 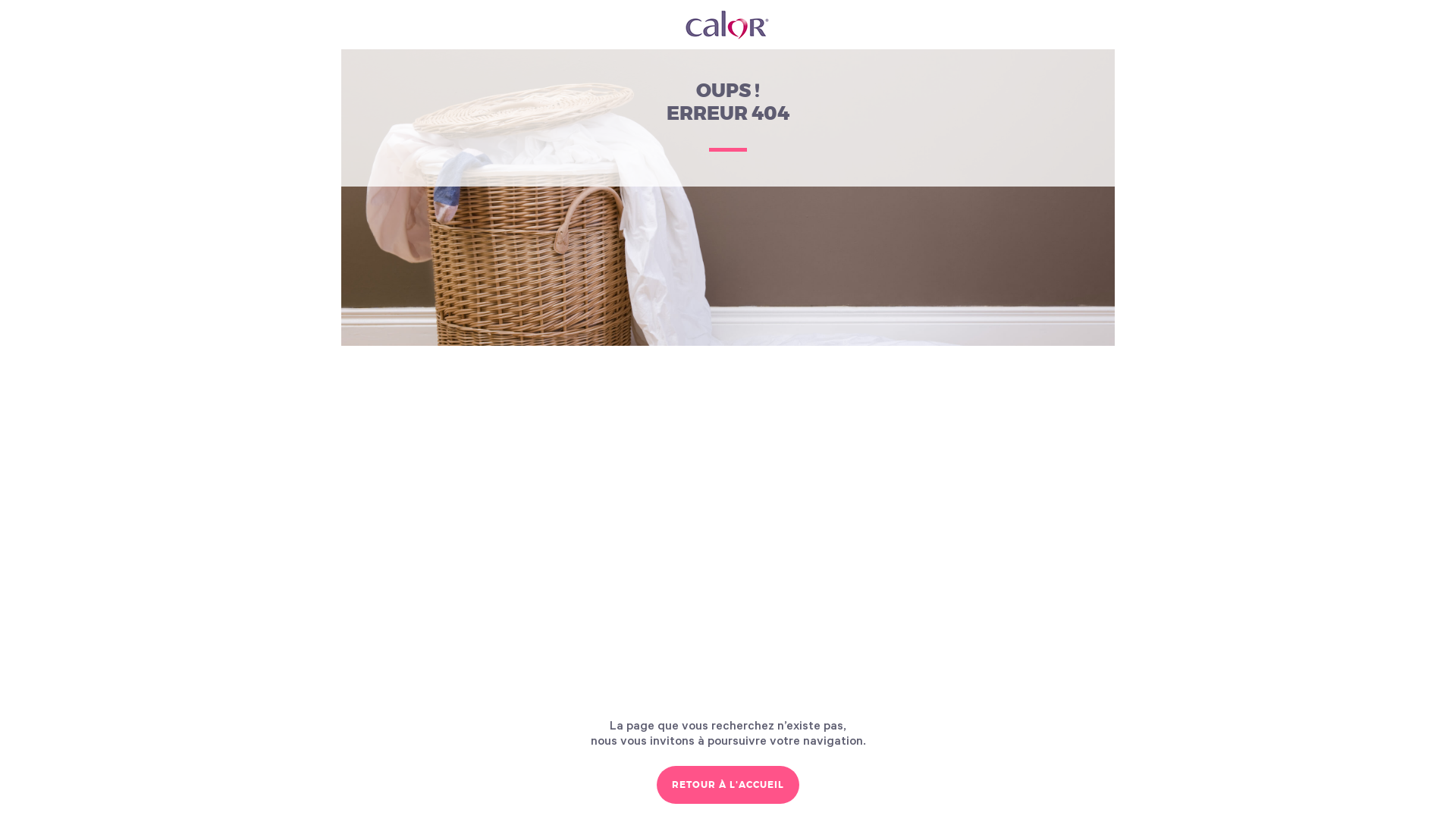 What do you see at coordinates (728, 25) in the screenshot?
I see `'Calor France'` at bounding box center [728, 25].